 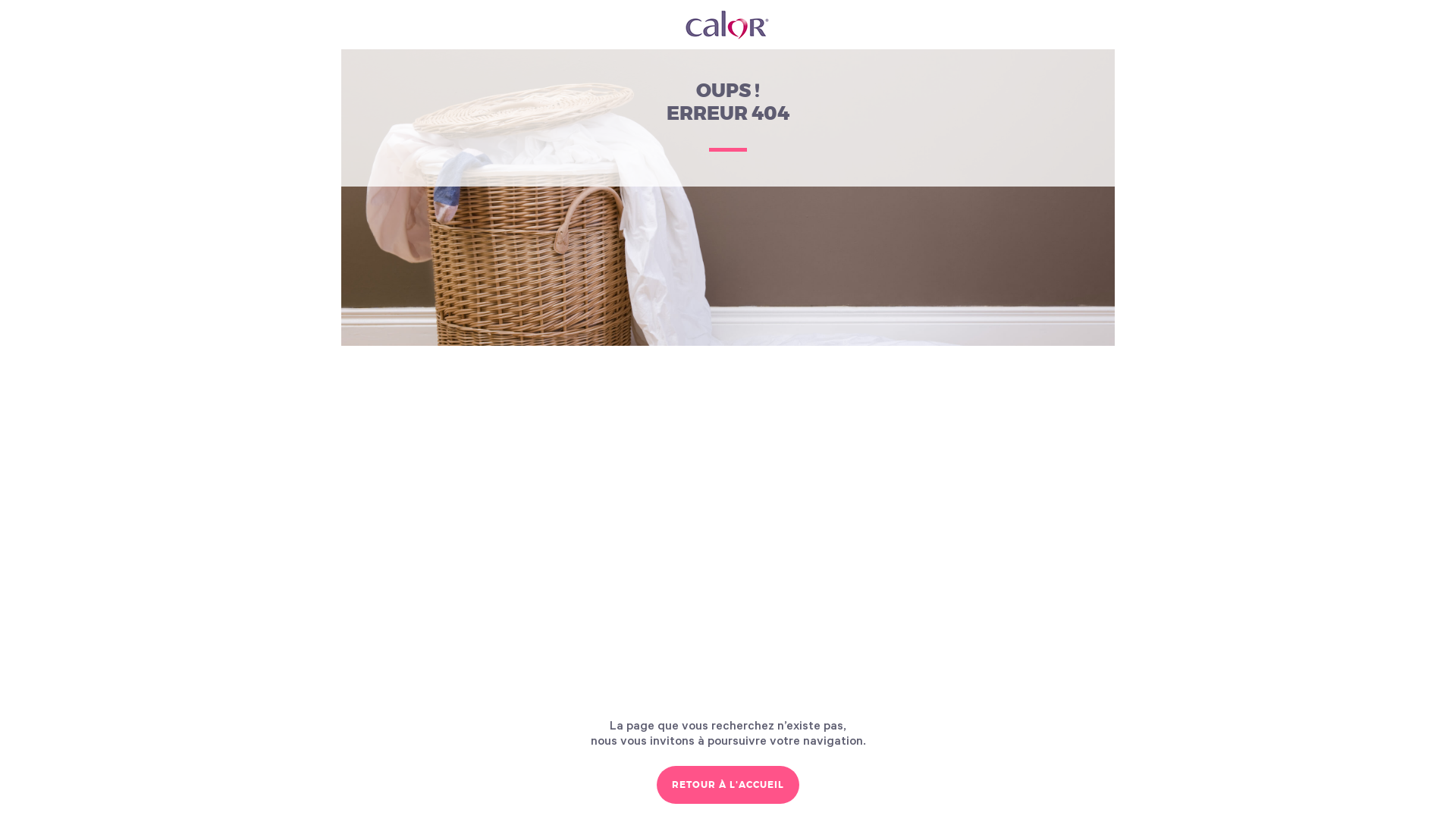 What do you see at coordinates (728, 25) in the screenshot?
I see `'Calor France'` at bounding box center [728, 25].